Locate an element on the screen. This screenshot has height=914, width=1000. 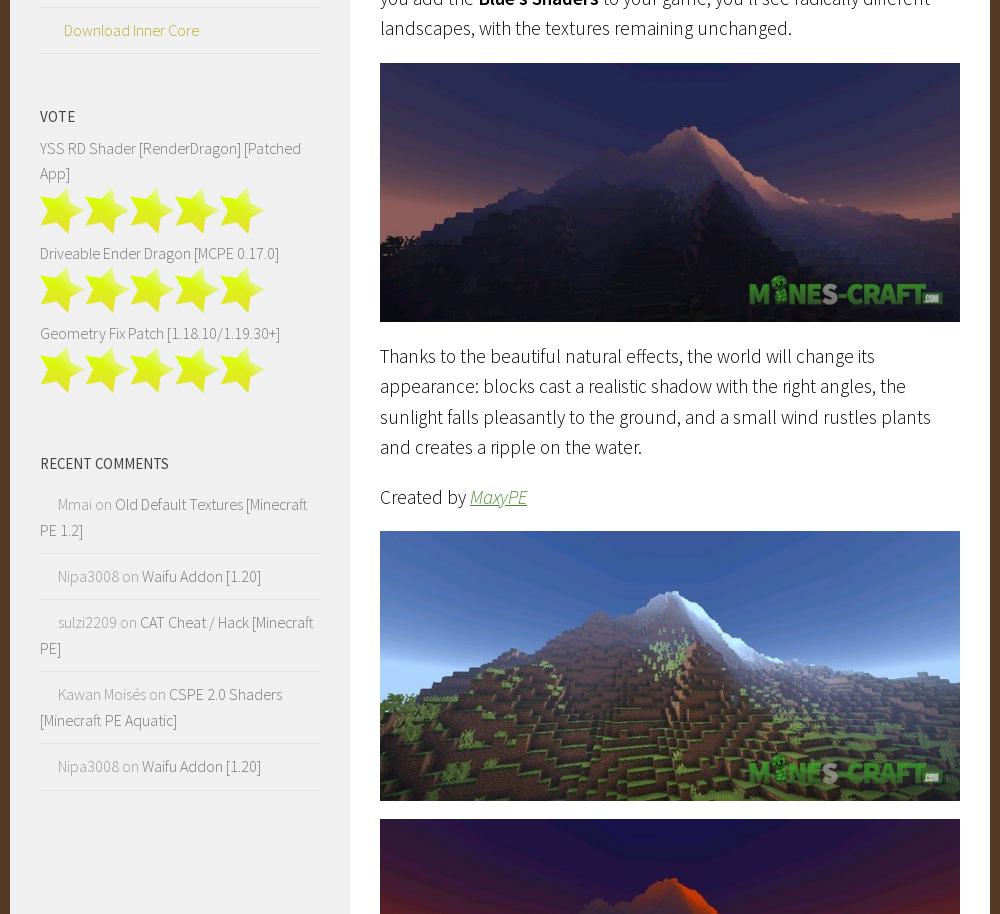
'Download Inner Core' is located at coordinates (131, 28).